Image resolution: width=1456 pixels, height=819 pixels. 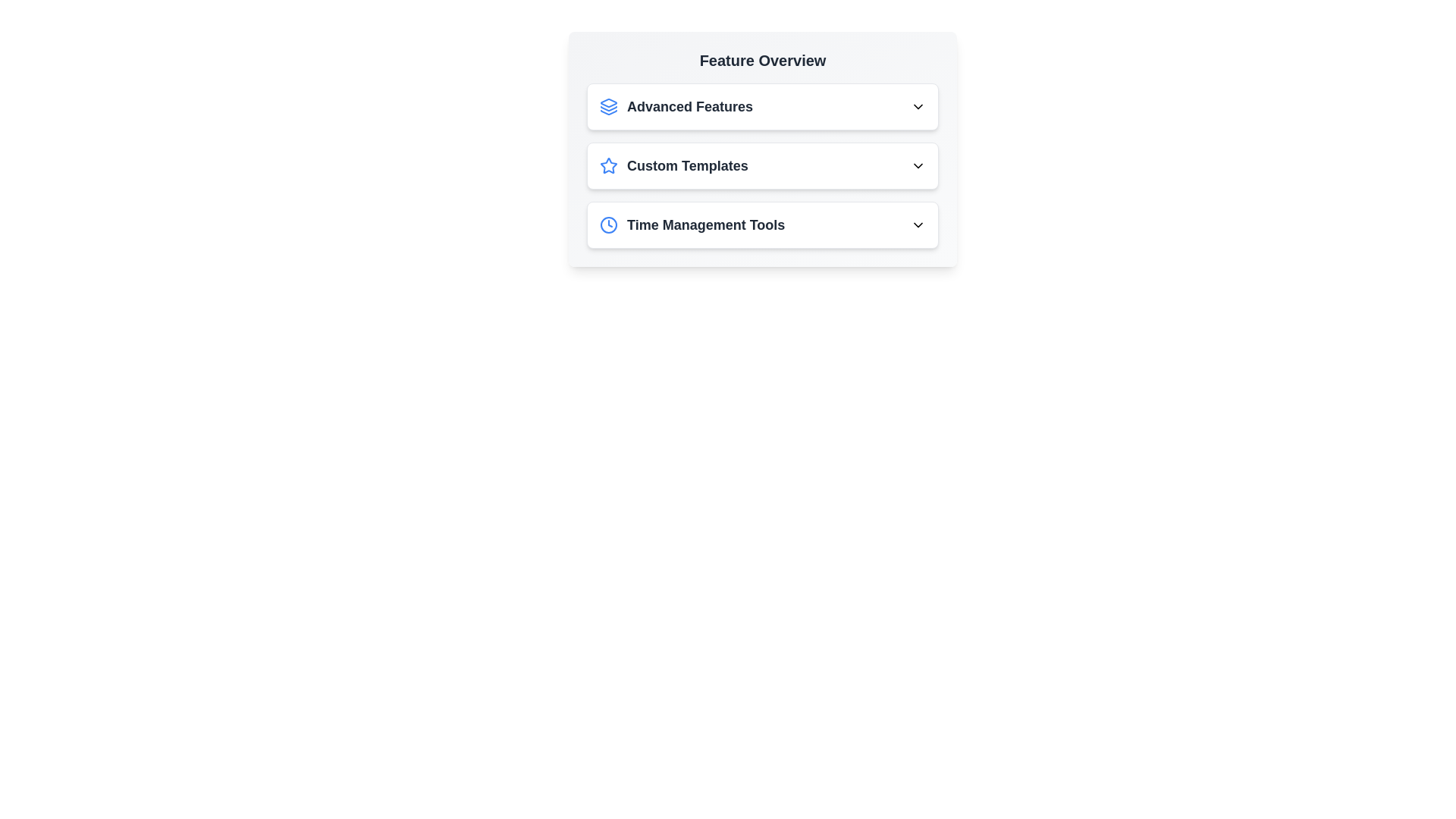 What do you see at coordinates (608, 166) in the screenshot?
I see `the icon of the feature titled Custom Templates` at bounding box center [608, 166].